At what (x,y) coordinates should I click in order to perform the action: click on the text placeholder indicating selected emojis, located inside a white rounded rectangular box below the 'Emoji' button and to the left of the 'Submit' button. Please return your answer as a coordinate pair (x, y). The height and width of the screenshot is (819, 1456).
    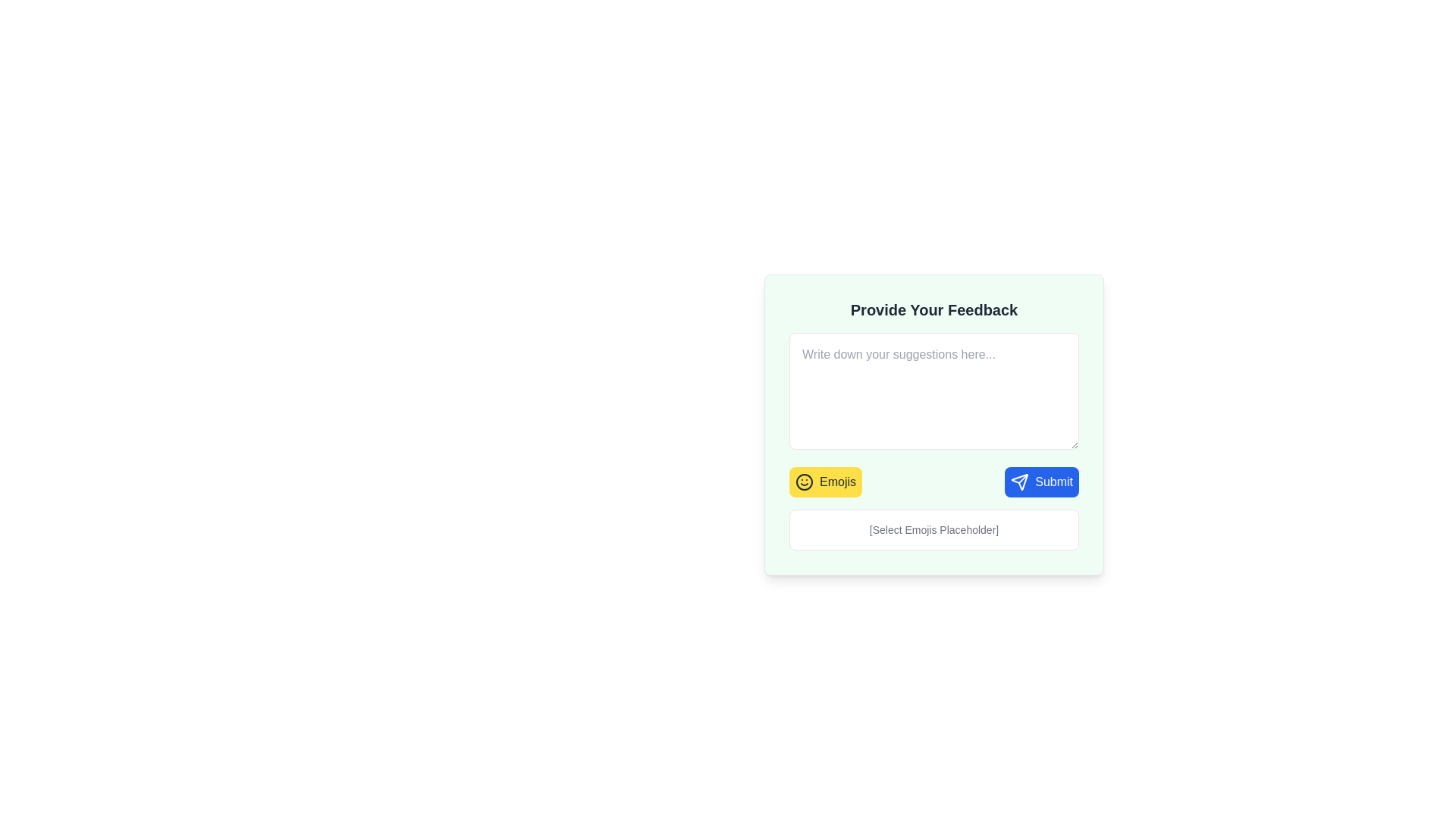
    Looking at the image, I should click on (934, 529).